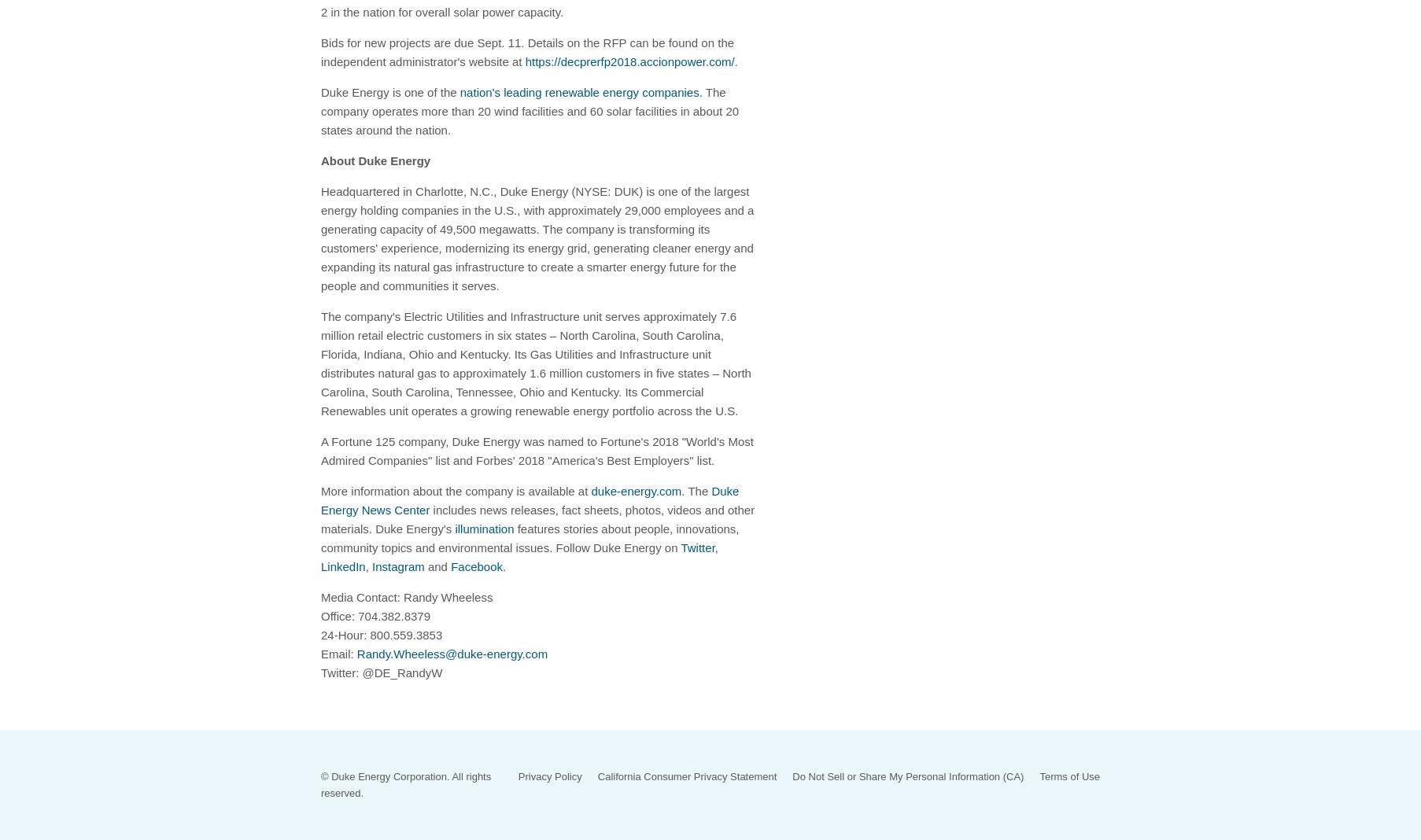 The width and height of the screenshot is (1421, 840). What do you see at coordinates (548, 776) in the screenshot?
I see `'Privacy Policy'` at bounding box center [548, 776].